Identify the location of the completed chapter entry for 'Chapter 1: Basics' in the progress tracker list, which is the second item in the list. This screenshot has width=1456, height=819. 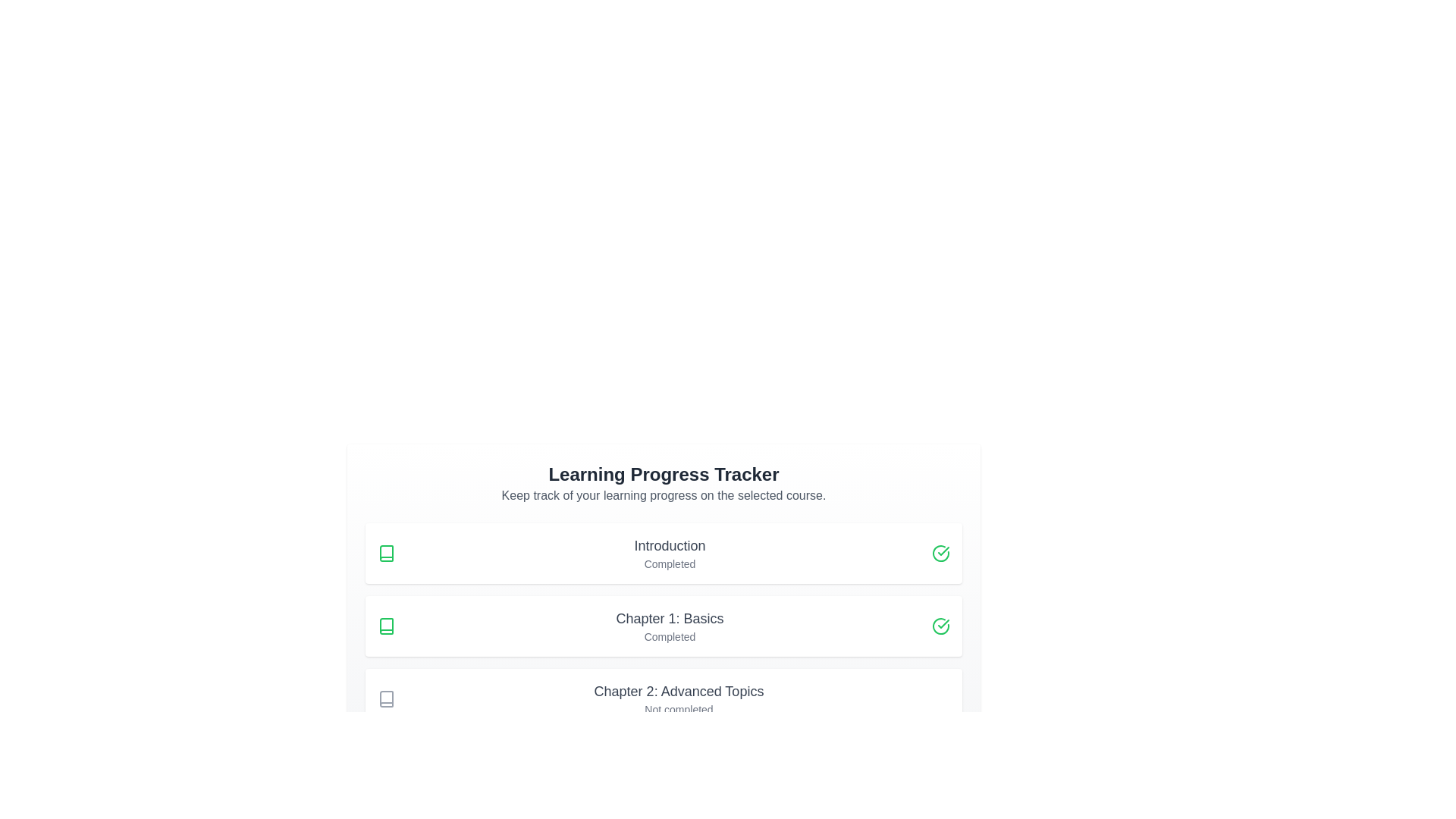
(664, 626).